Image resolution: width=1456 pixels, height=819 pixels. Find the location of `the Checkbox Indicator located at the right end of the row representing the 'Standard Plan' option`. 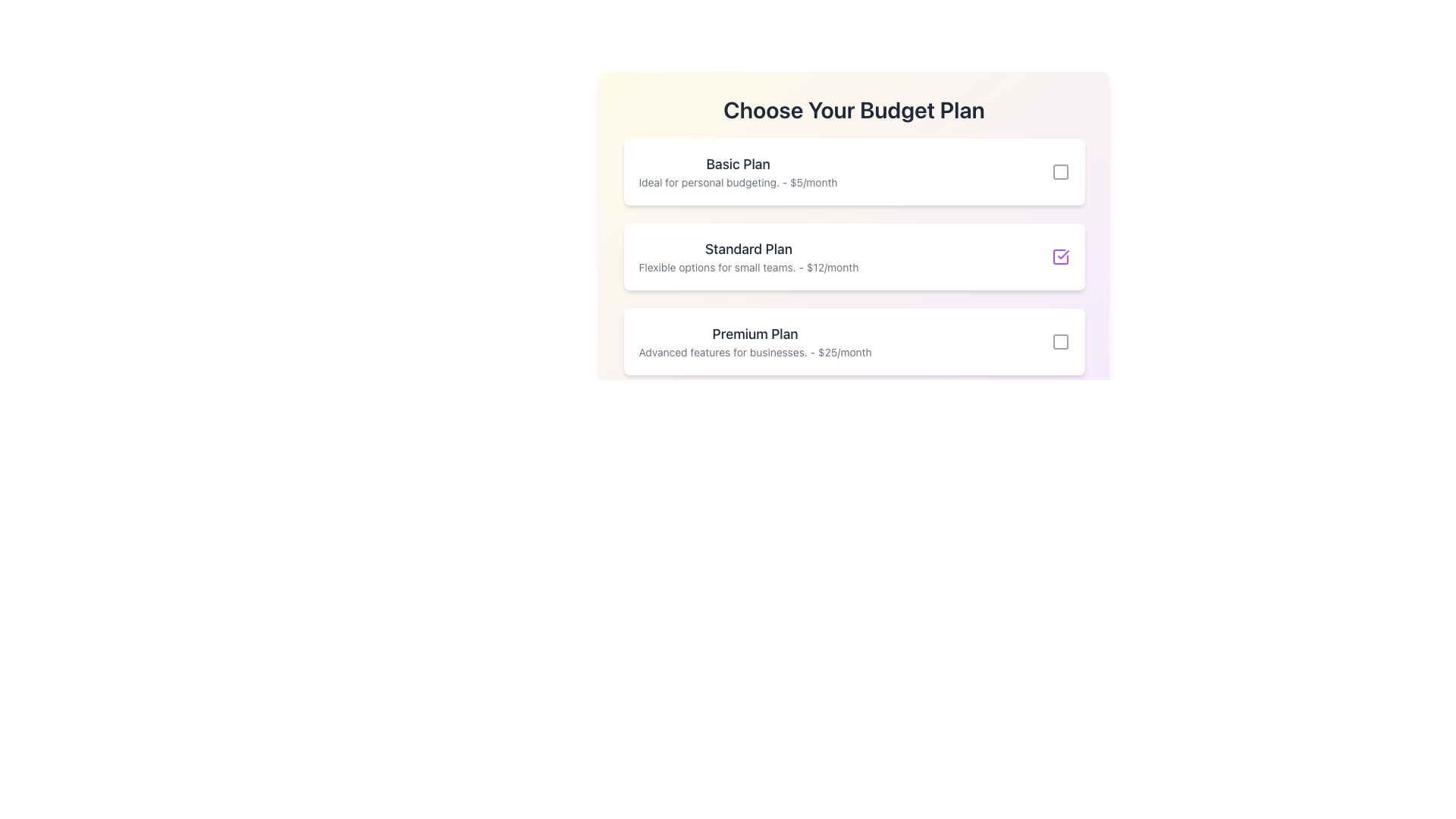

the Checkbox Indicator located at the right end of the row representing the 'Standard Plan' option is located at coordinates (1059, 256).